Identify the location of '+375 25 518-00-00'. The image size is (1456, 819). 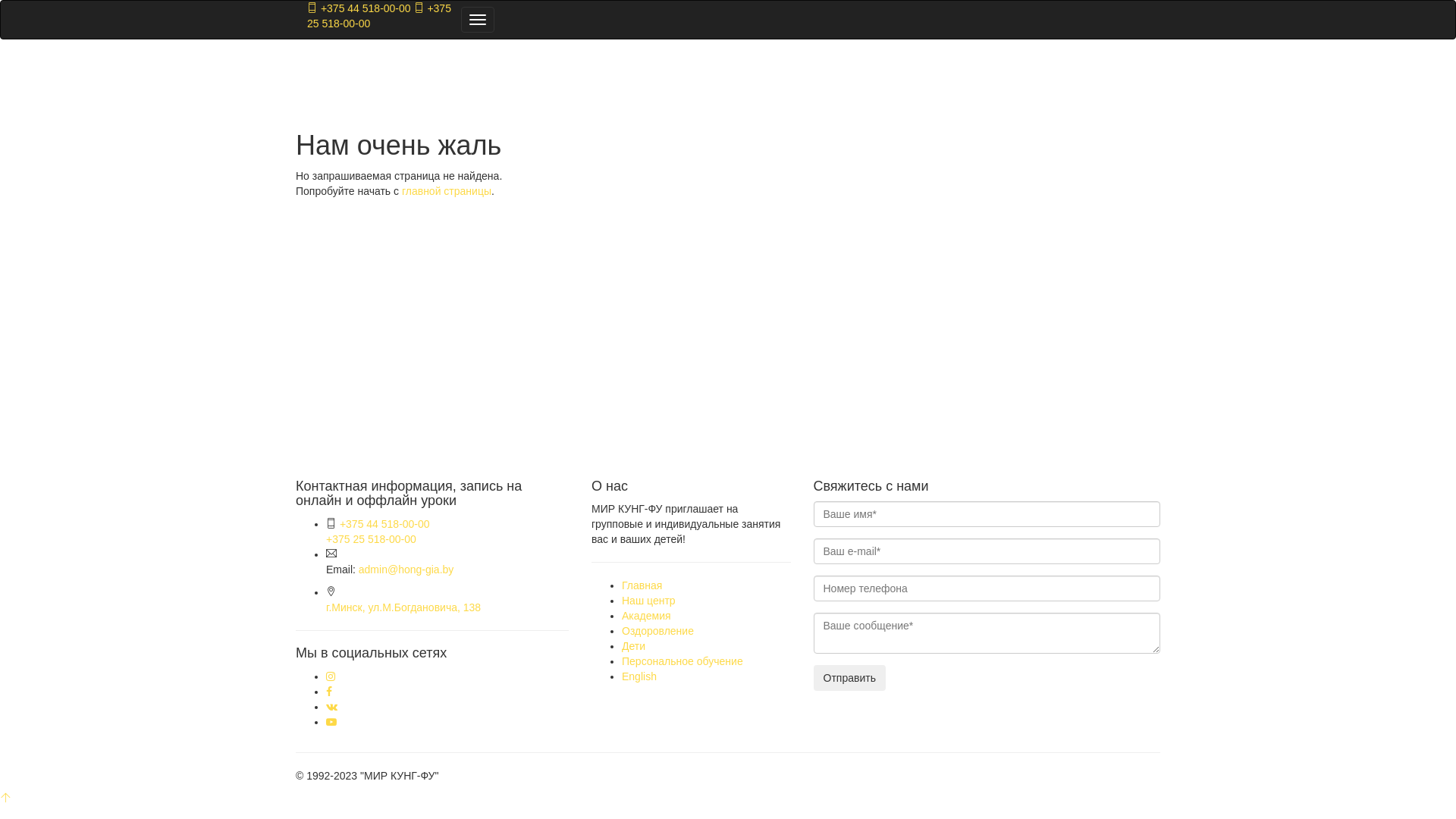
(371, 538).